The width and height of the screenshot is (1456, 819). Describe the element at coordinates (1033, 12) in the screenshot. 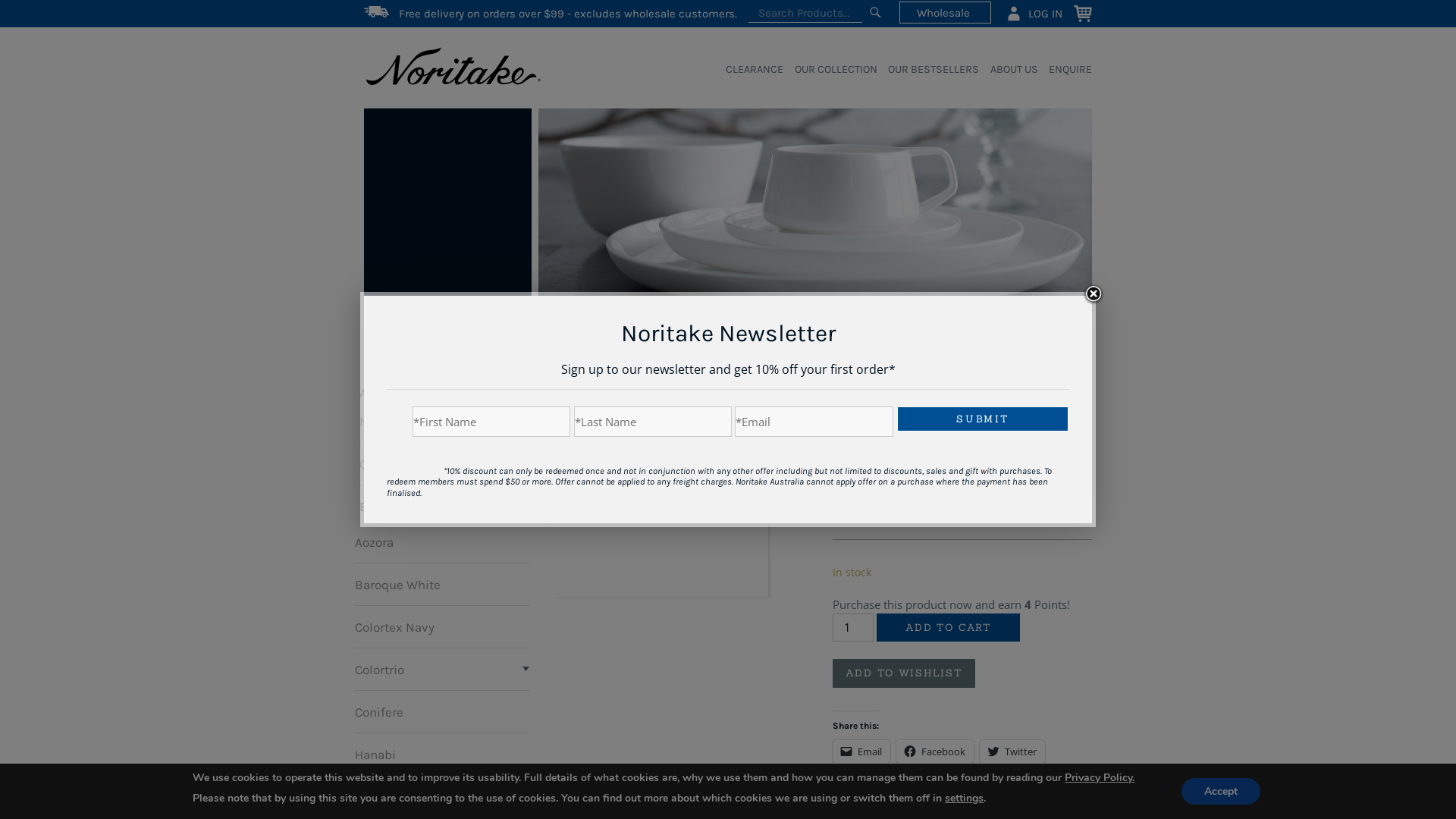

I see `'LOG IN'` at that location.